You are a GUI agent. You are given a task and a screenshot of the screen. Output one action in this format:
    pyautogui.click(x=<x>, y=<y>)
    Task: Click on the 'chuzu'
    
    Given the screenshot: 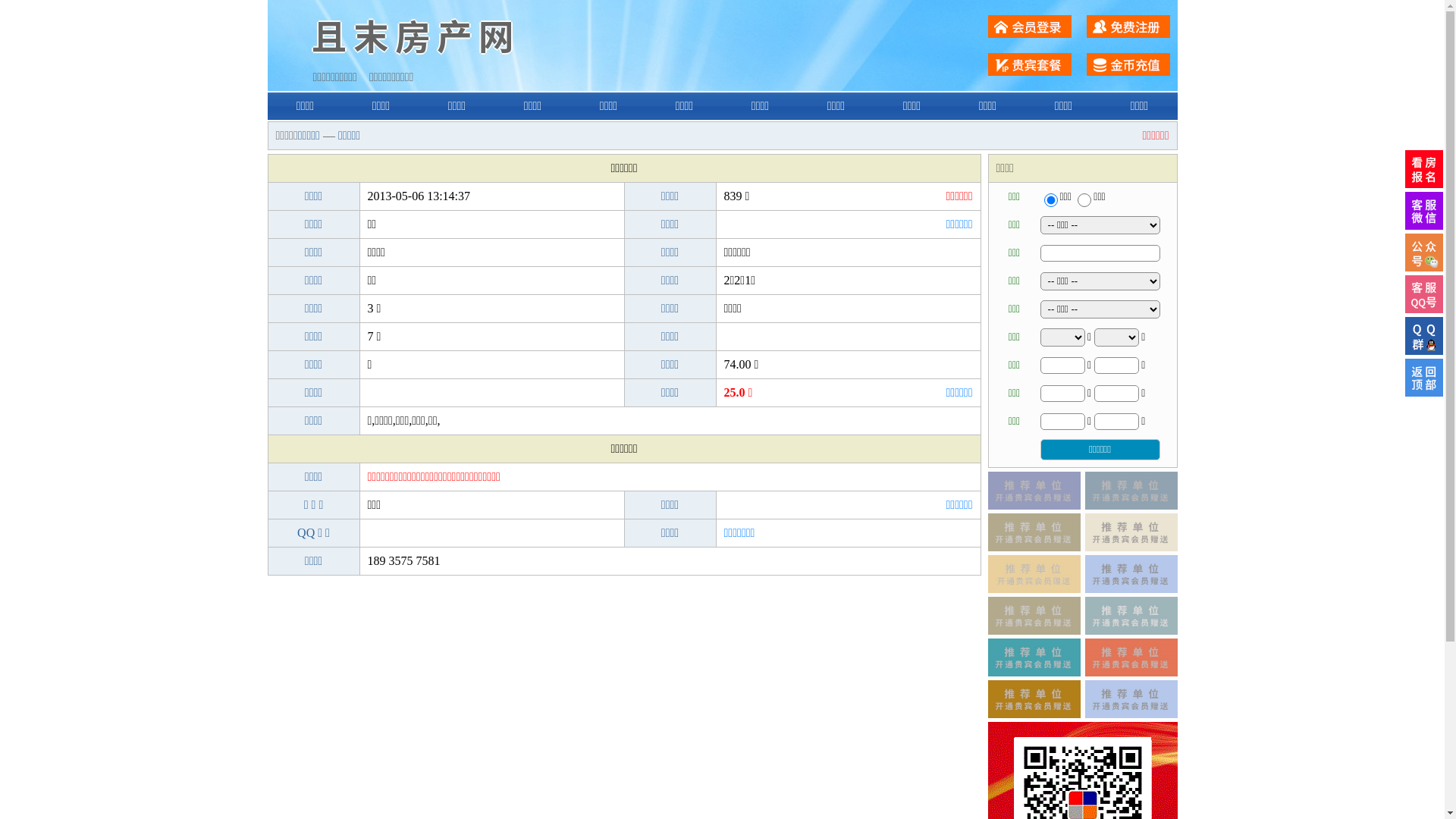 What is the action you would take?
    pyautogui.click(x=1076, y=199)
    